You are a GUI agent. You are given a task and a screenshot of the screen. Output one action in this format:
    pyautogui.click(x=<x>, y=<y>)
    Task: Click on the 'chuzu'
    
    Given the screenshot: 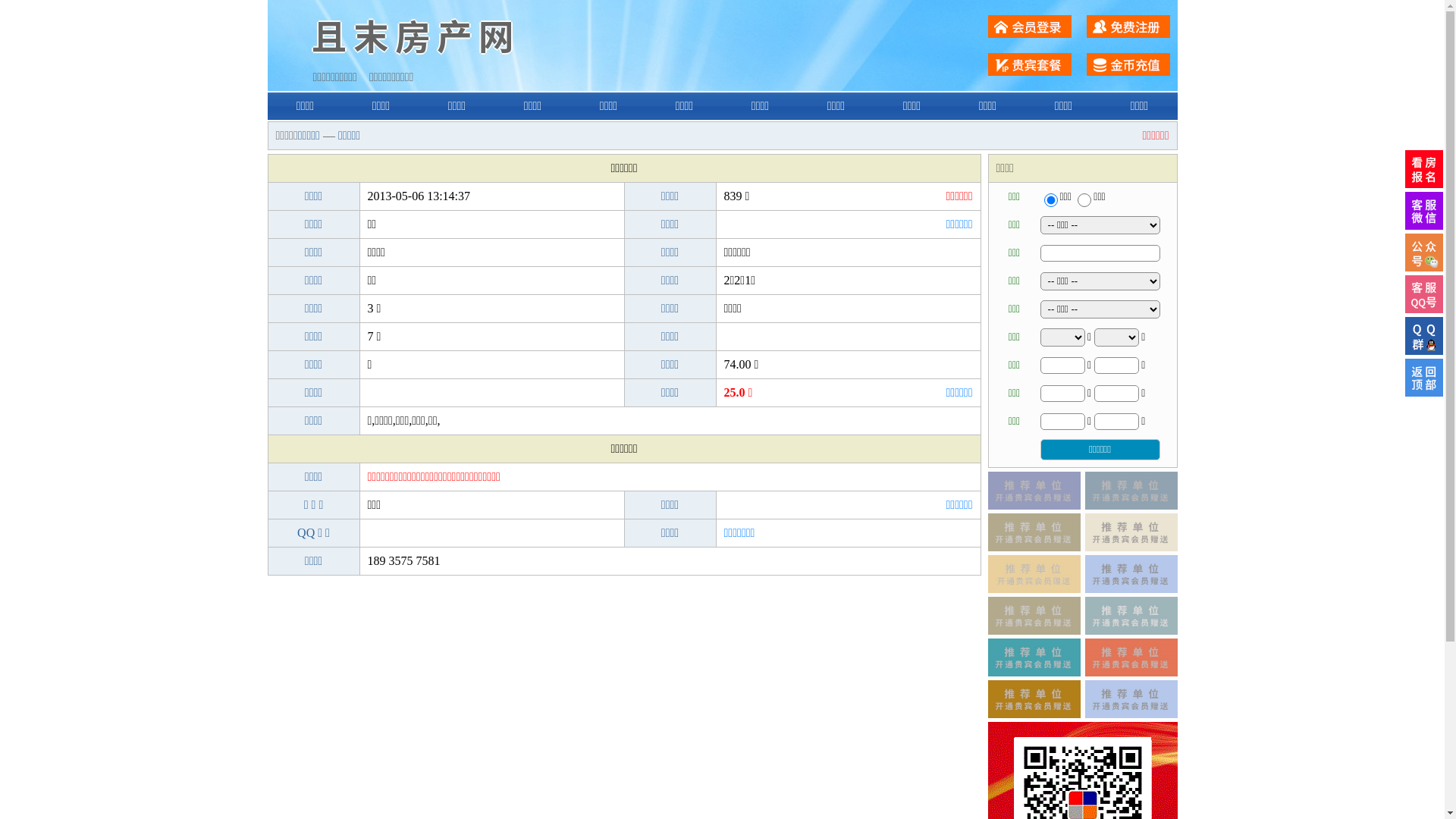 What is the action you would take?
    pyautogui.click(x=1076, y=199)
    